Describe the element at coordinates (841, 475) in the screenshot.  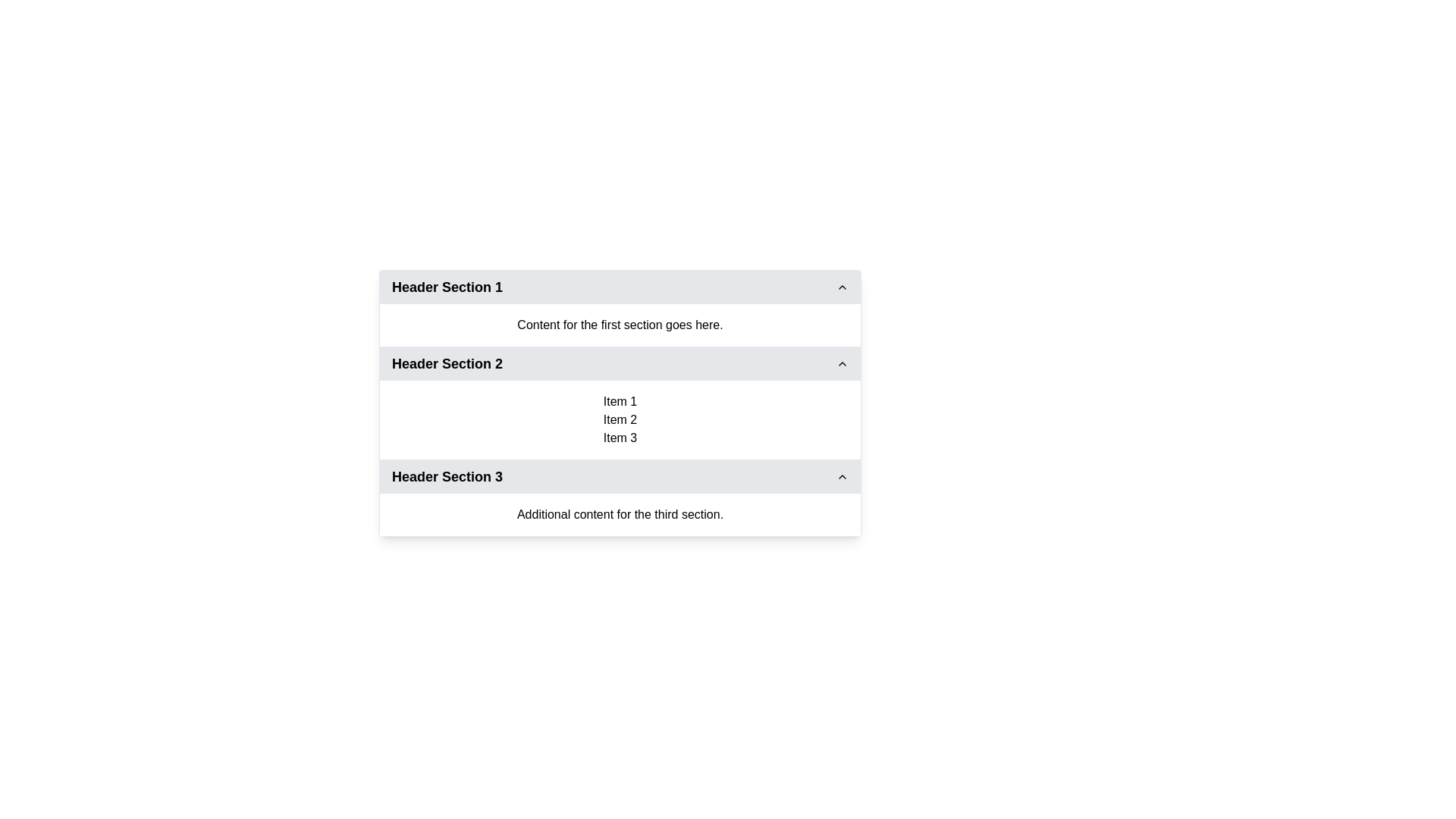
I see `the chevron-up icon located at the far right of the header for 'Header Section 3'` at that location.